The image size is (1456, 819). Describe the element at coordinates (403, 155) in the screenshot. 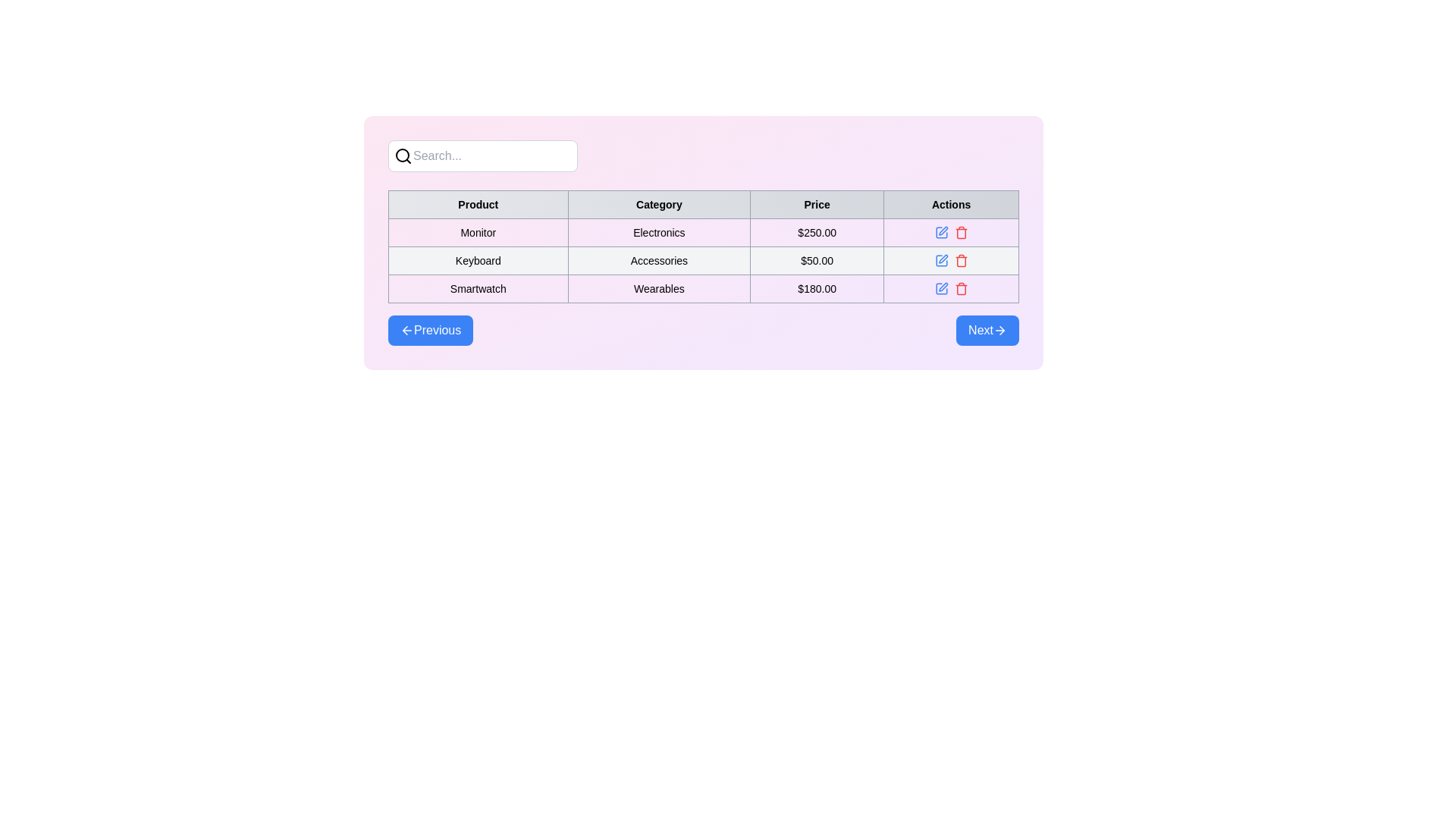

I see `the search icon located at the left edge of the search input area, which indicates the search functionality for the adjacent input field` at that location.